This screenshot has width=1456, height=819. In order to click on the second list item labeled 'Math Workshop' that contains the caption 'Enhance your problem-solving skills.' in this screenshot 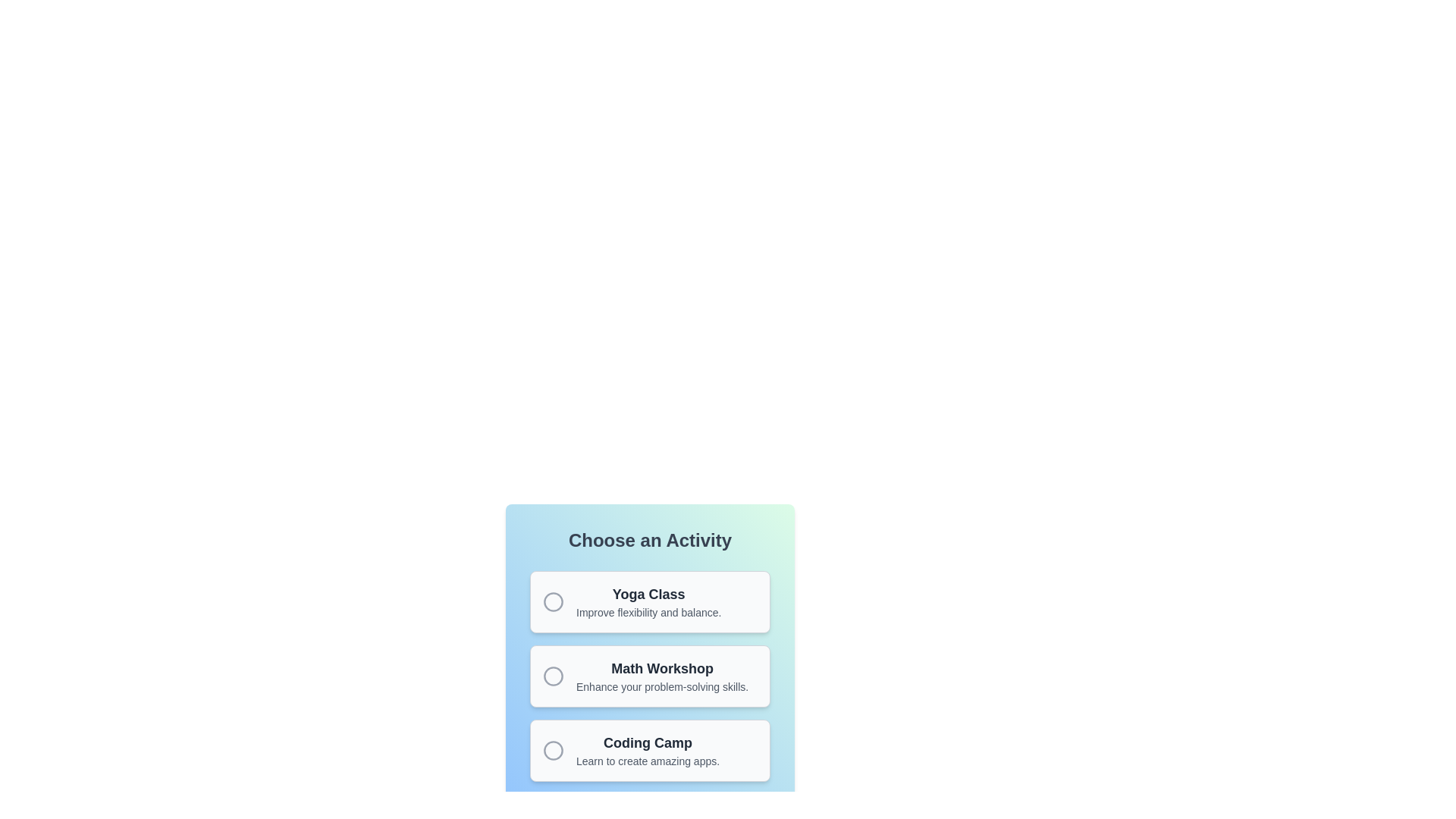, I will do `click(650, 675)`.